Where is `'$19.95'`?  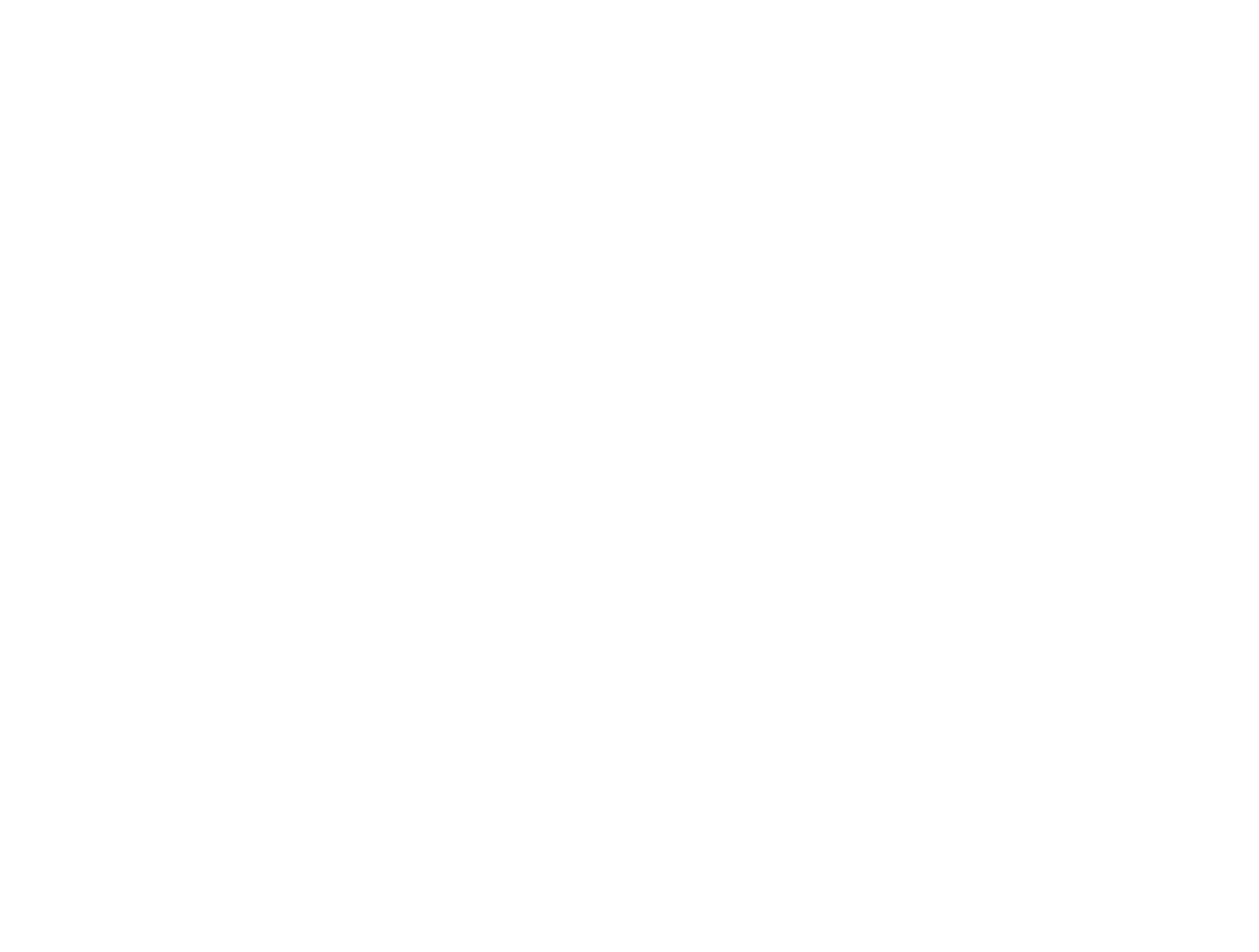
'$19.95' is located at coordinates (667, 156).